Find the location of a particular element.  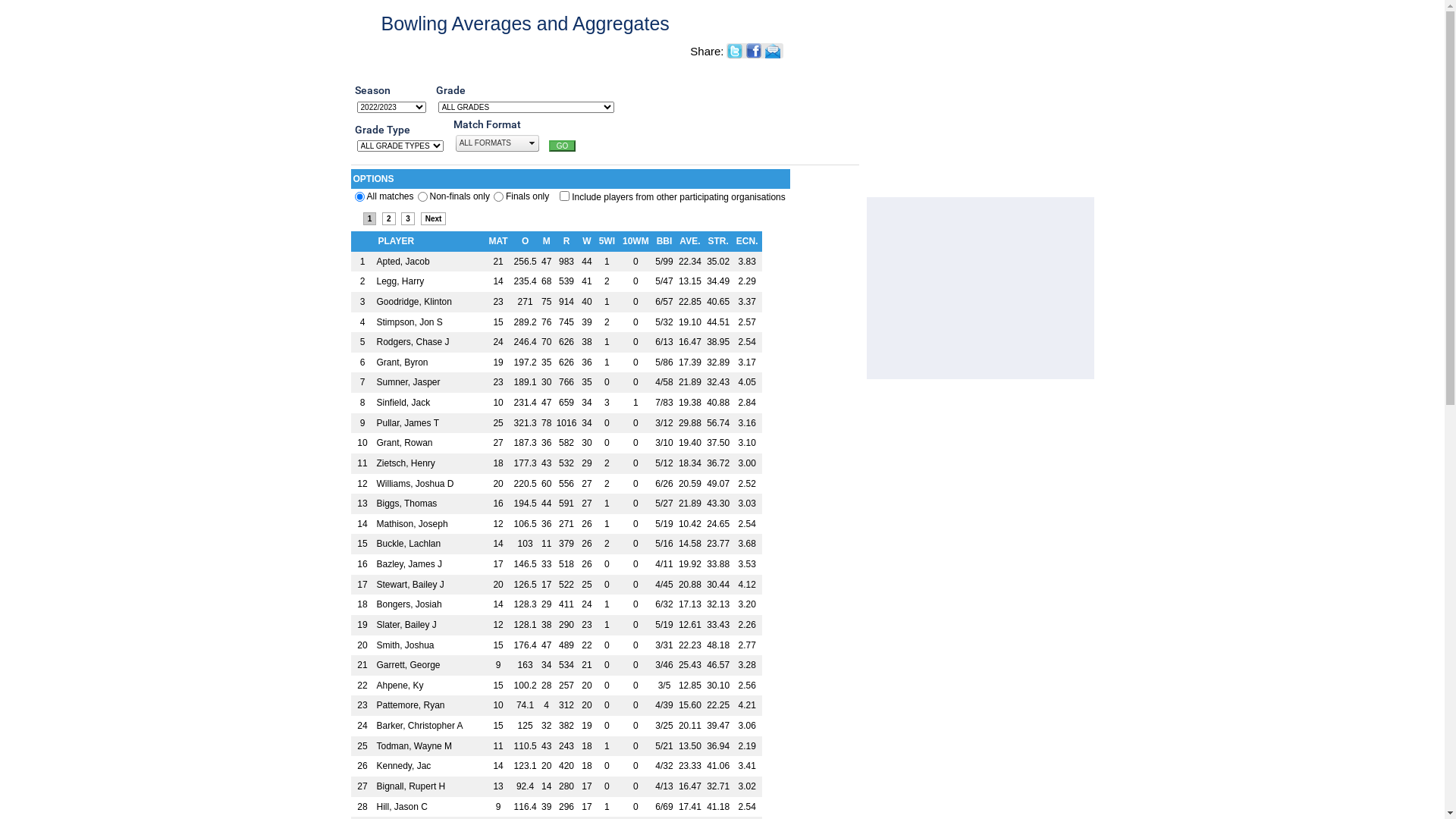

'Tell a friend' is located at coordinates (773, 49).